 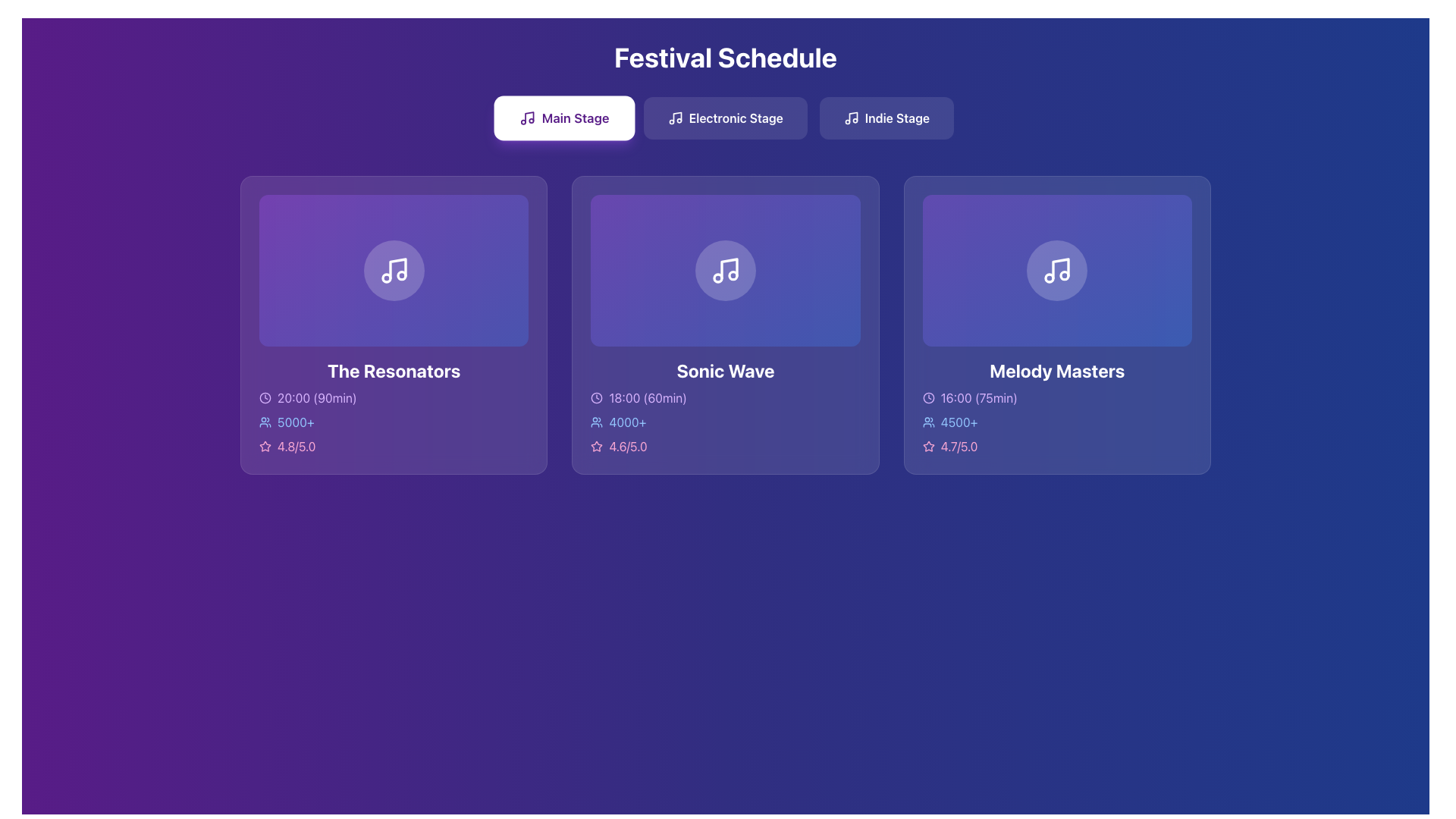 I want to click on the artistic representation of the musical note icon located in the circular area at the upper center of the second card from the right, so click(x=1060, y=268).